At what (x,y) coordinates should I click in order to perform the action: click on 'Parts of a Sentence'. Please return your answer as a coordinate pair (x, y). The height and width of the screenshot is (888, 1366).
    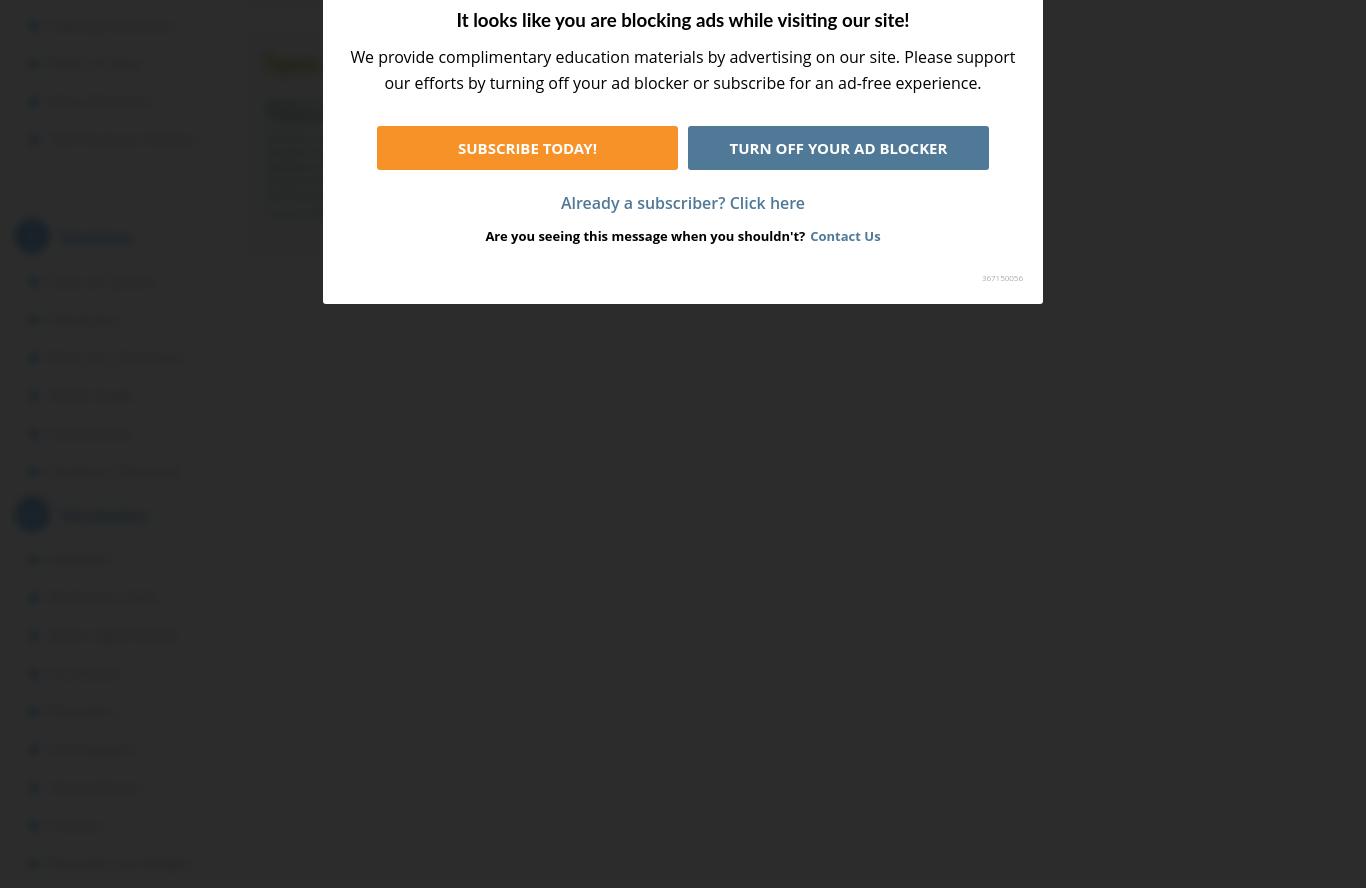
    Looking at the image, I should click on (114, 358).